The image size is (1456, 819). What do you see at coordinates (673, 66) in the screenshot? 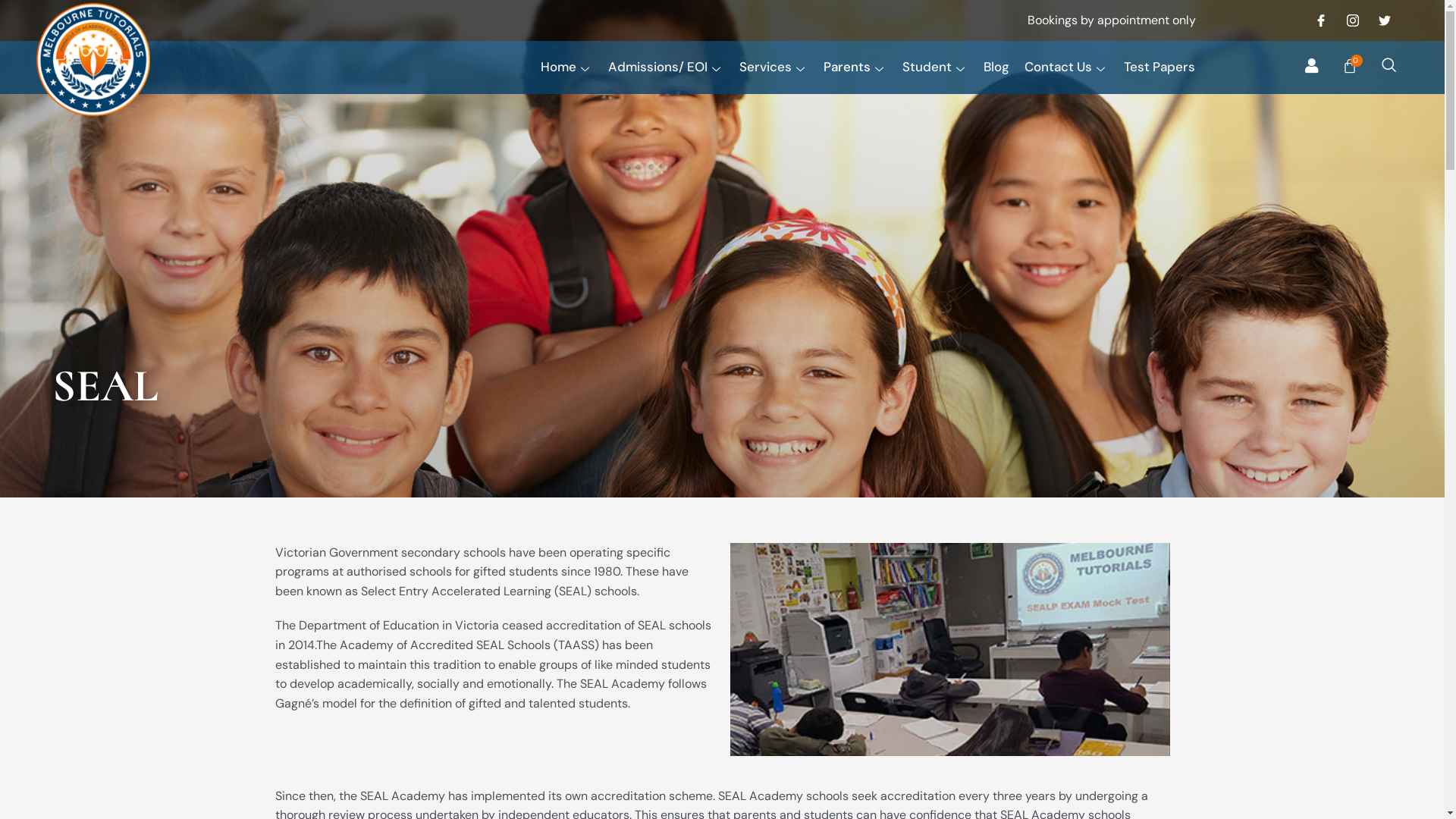
I see `'Admissions/ EOI'` at bounding box center [673, 66].